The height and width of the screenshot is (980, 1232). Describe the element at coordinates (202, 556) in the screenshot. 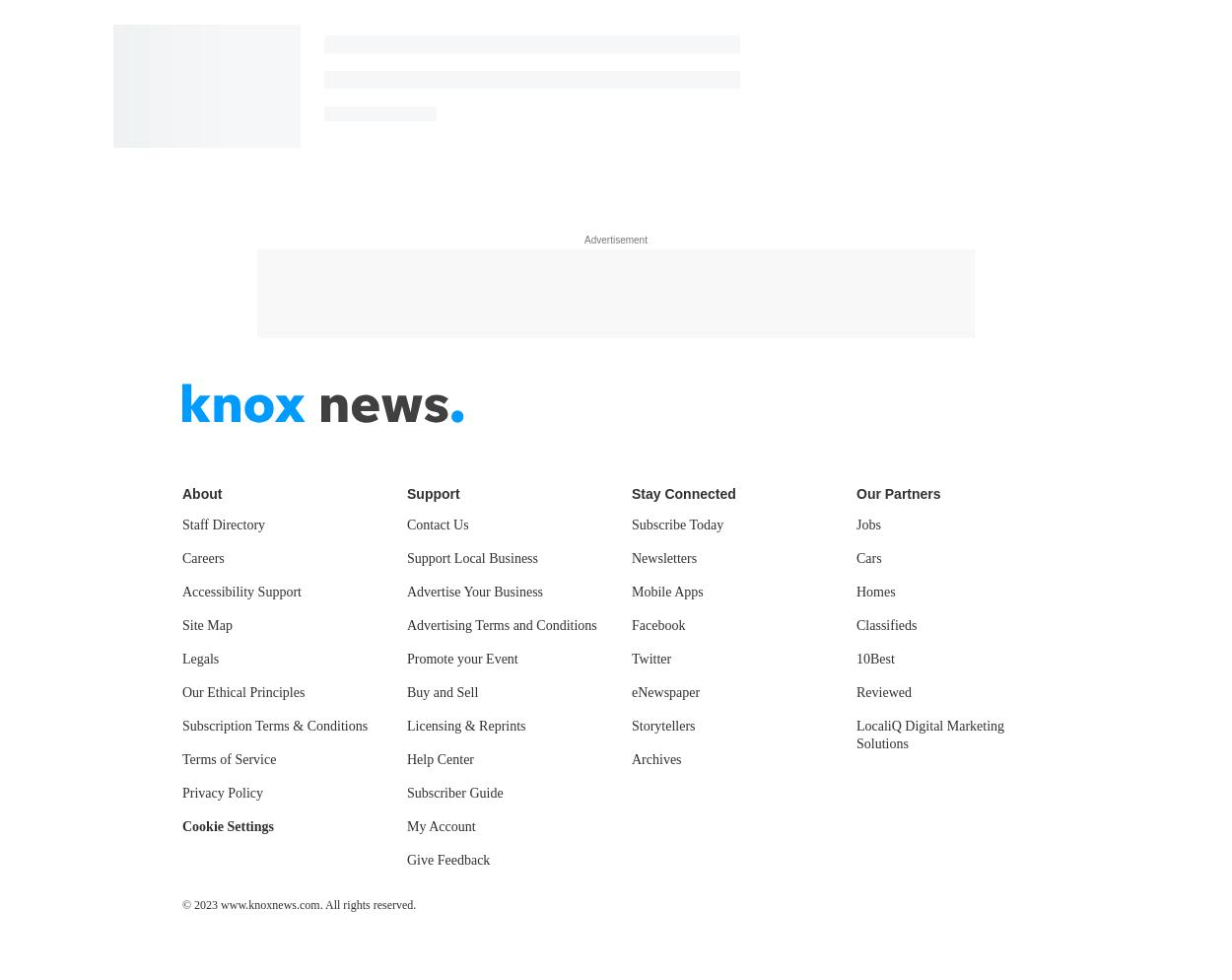

I see `'Careers'` at that location.